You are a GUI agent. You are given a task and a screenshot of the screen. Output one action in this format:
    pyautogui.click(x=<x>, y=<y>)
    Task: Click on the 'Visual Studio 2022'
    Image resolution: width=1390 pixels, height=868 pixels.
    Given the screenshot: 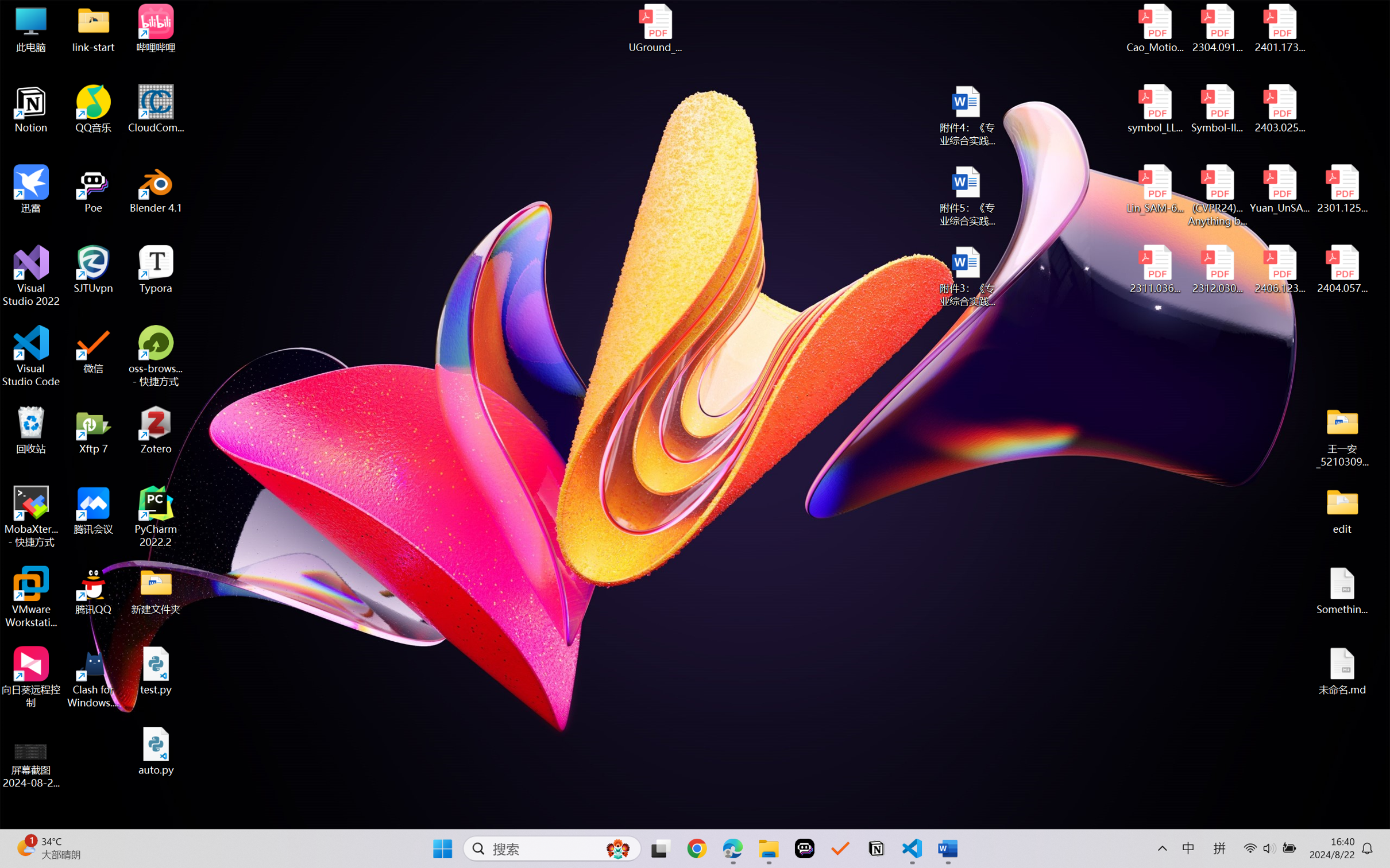 What is the action you would take?
    pyautogui.click(x=30, y=276)
    